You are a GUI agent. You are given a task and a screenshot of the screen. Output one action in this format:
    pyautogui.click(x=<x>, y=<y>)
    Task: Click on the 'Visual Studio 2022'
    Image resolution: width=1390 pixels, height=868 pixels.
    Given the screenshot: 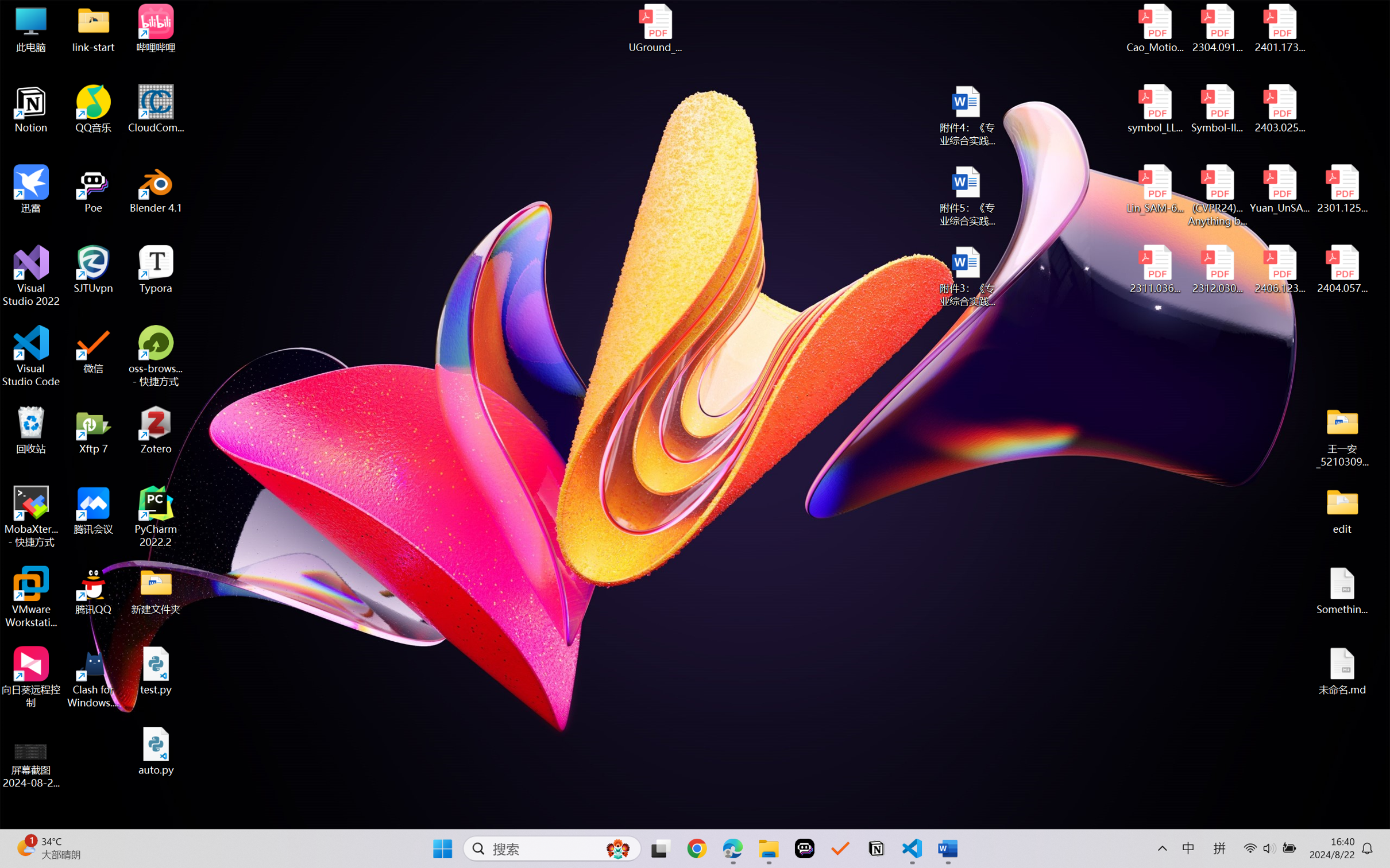 What is the action you would take?
    pyautogui.click(x=30, y=276)
    